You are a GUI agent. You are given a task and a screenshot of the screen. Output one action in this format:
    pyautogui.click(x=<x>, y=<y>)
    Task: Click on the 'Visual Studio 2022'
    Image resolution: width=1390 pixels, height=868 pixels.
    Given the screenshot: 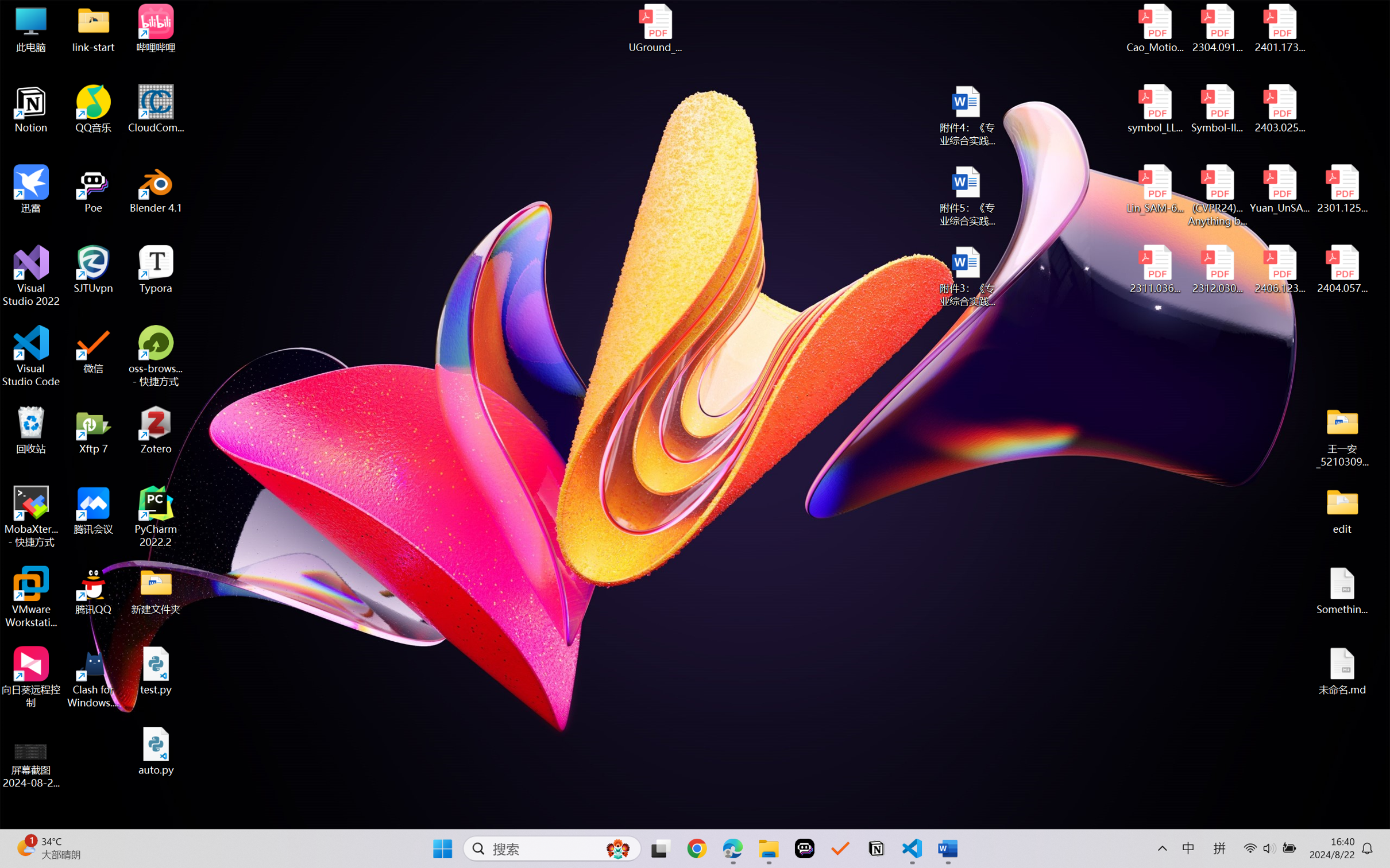 What is the action you would take?
    pyautogui.click(x=30, y=276)
    